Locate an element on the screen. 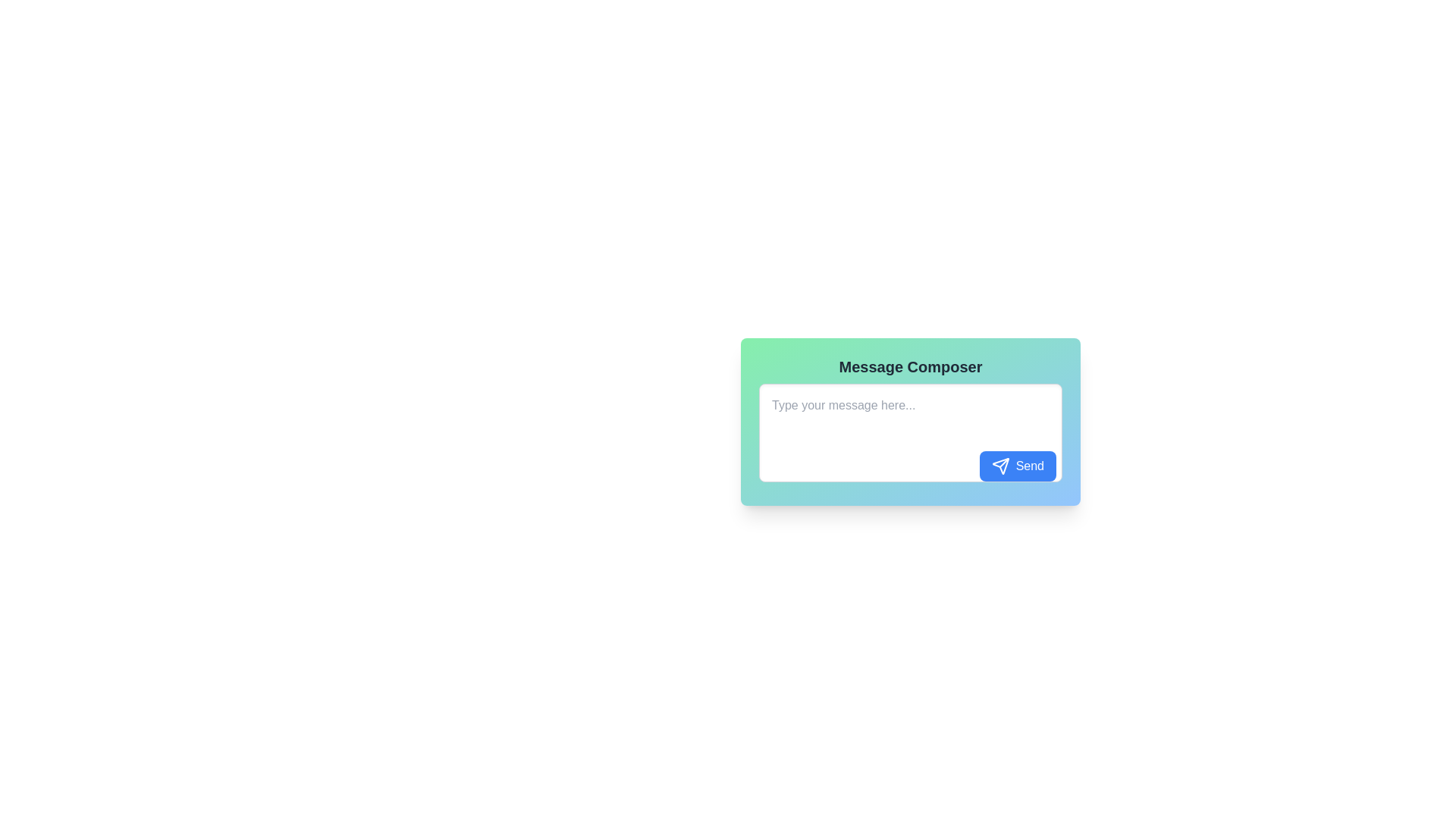 The height and width of the screenshot is (819, 1456). the 'Send' icon located at the bottom-right corner of the message composition box is located at coordinates (1000, 464).